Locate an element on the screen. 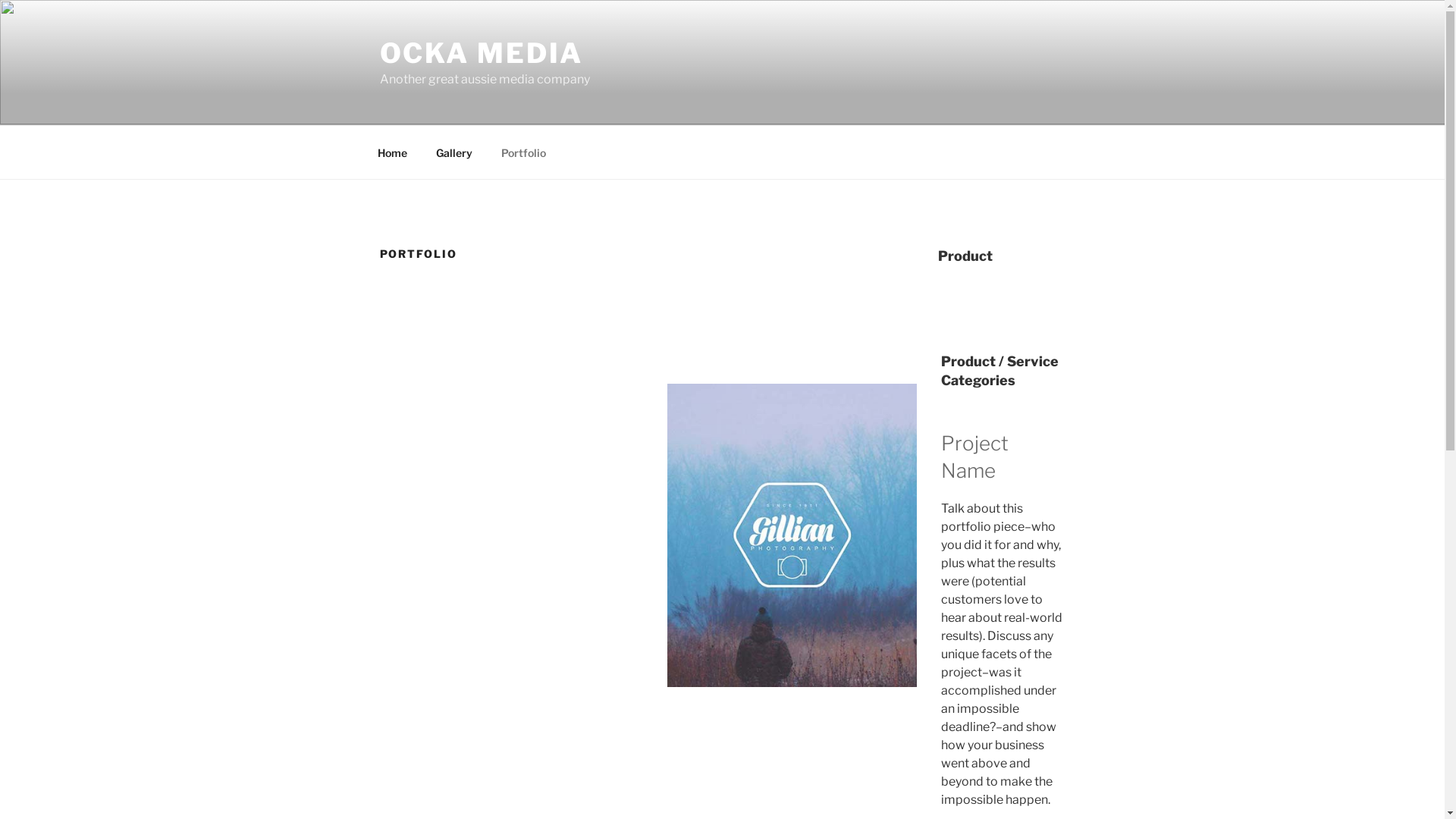 This screenshot has width=1456, height=819. 'OCKA MEDIA' is located at coordinates (480, 52).